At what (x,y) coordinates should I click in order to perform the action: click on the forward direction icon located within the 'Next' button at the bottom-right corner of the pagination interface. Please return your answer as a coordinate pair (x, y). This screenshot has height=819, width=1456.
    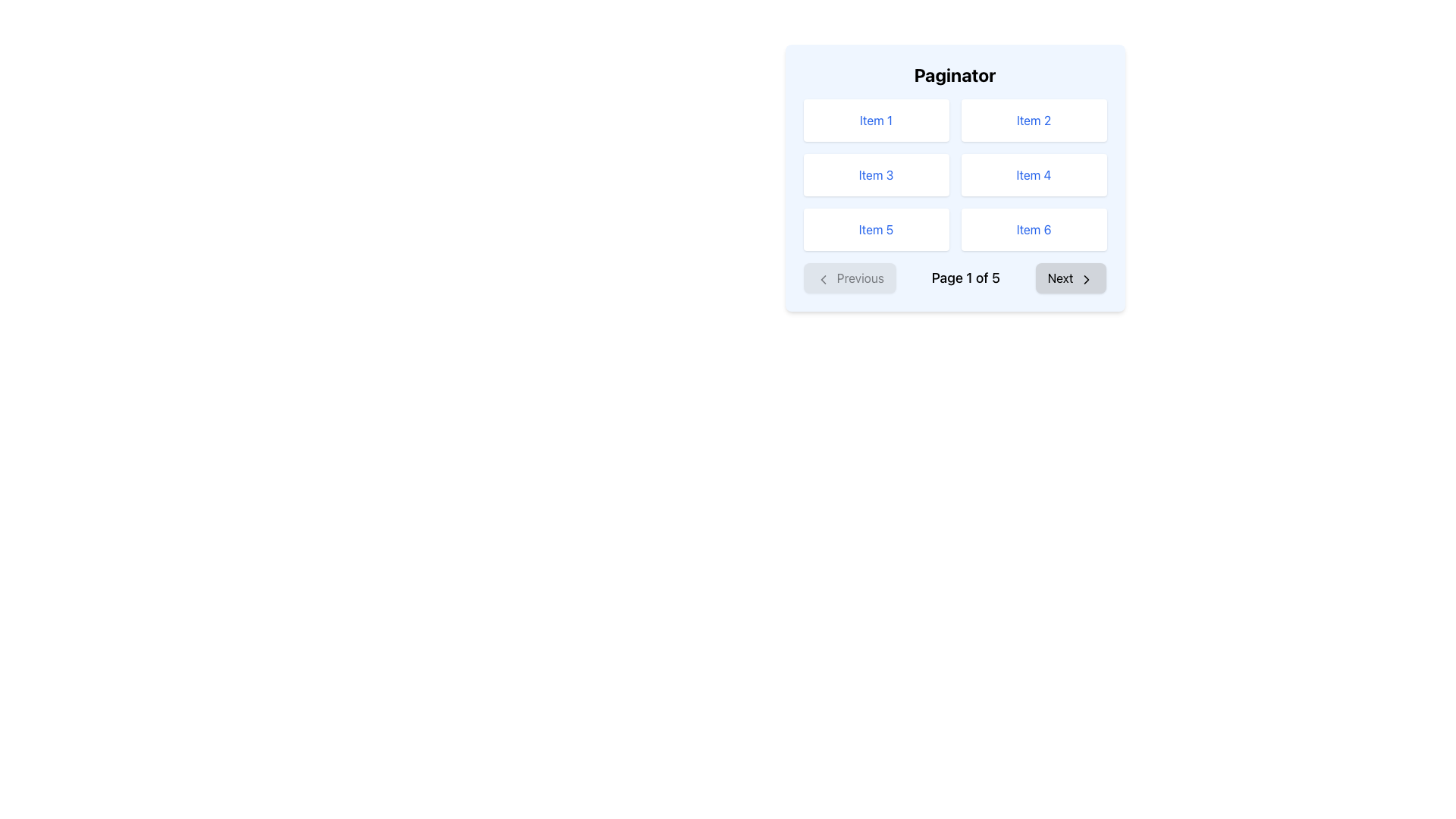
    Looking at the image, I should click on (1086, 279).